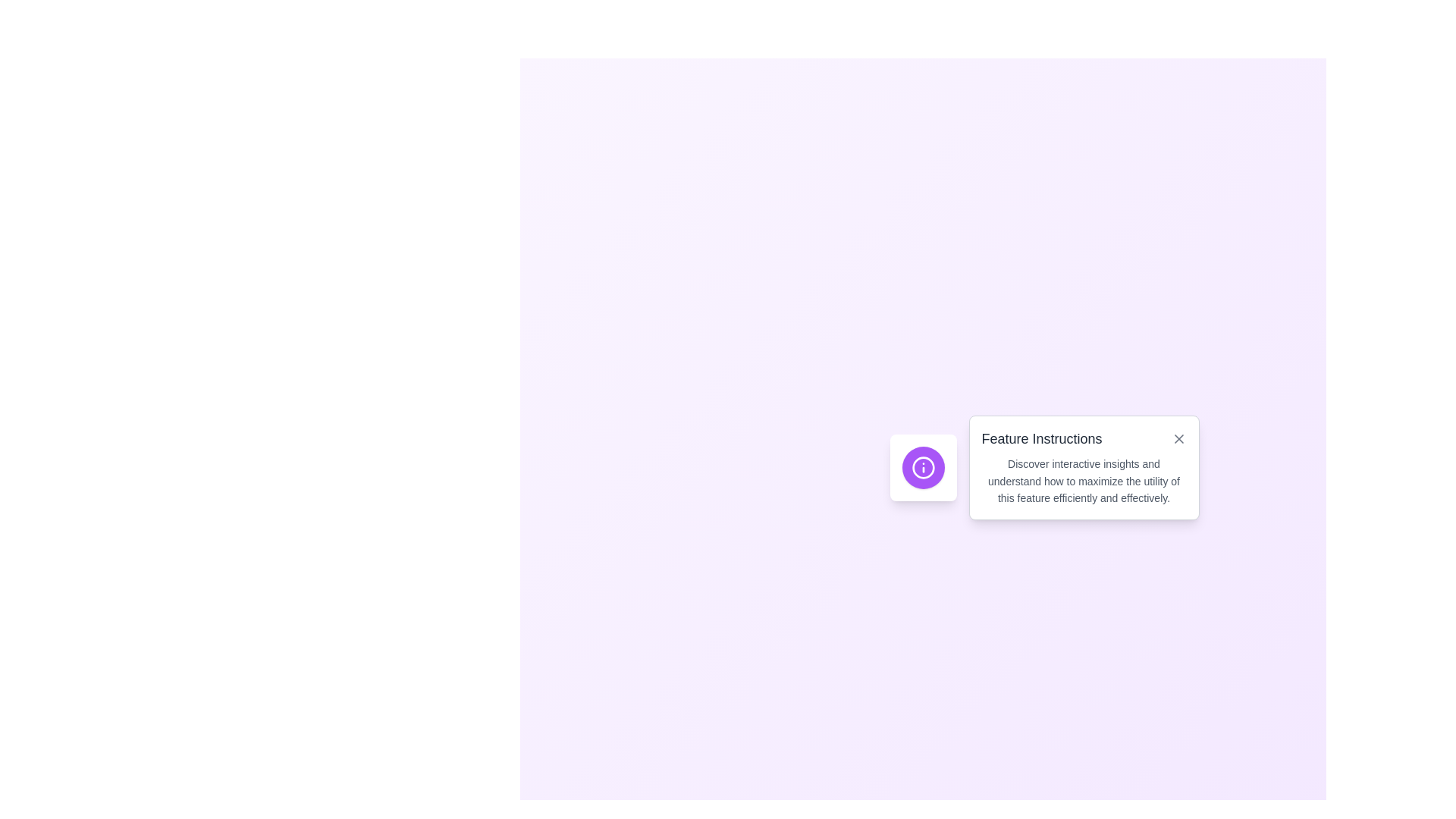  What do you see at coordinates (922, 467) in the screenshot?
I see `the purple circular SVG Icon featuring a white outline and central 'i' symbol` at bounding box center [922, 467].